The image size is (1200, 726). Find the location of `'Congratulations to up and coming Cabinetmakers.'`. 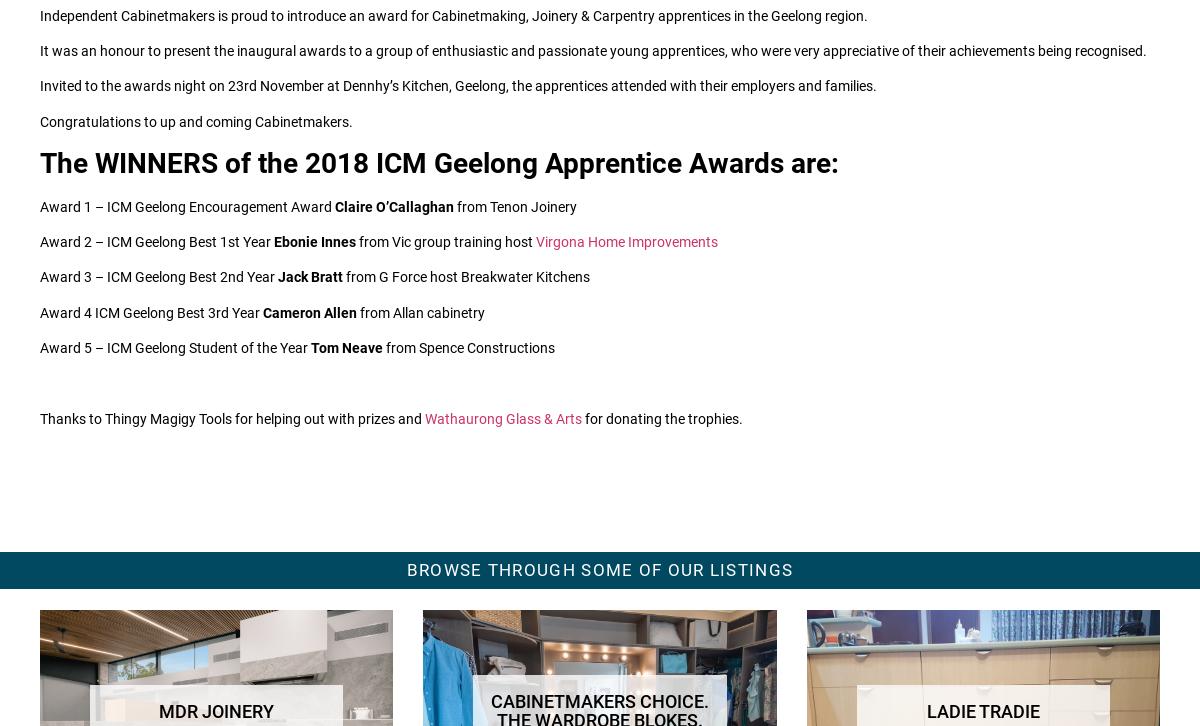

'Congratulations to up and coming Cabinetmakers.' is located at coordinates (195, 121).